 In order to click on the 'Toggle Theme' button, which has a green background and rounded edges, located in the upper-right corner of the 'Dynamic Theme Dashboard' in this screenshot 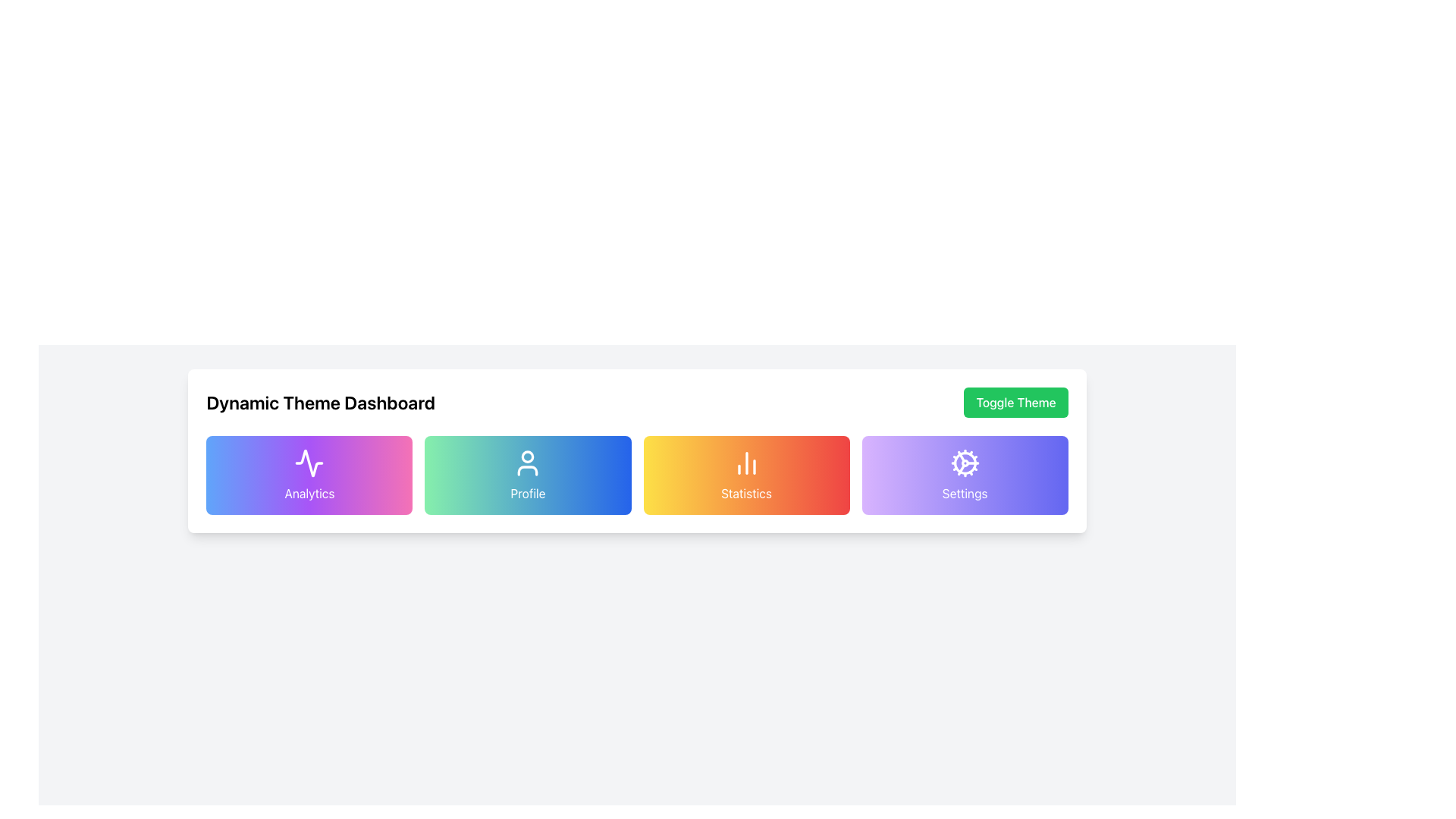, I will do `click(1015, 402)`.